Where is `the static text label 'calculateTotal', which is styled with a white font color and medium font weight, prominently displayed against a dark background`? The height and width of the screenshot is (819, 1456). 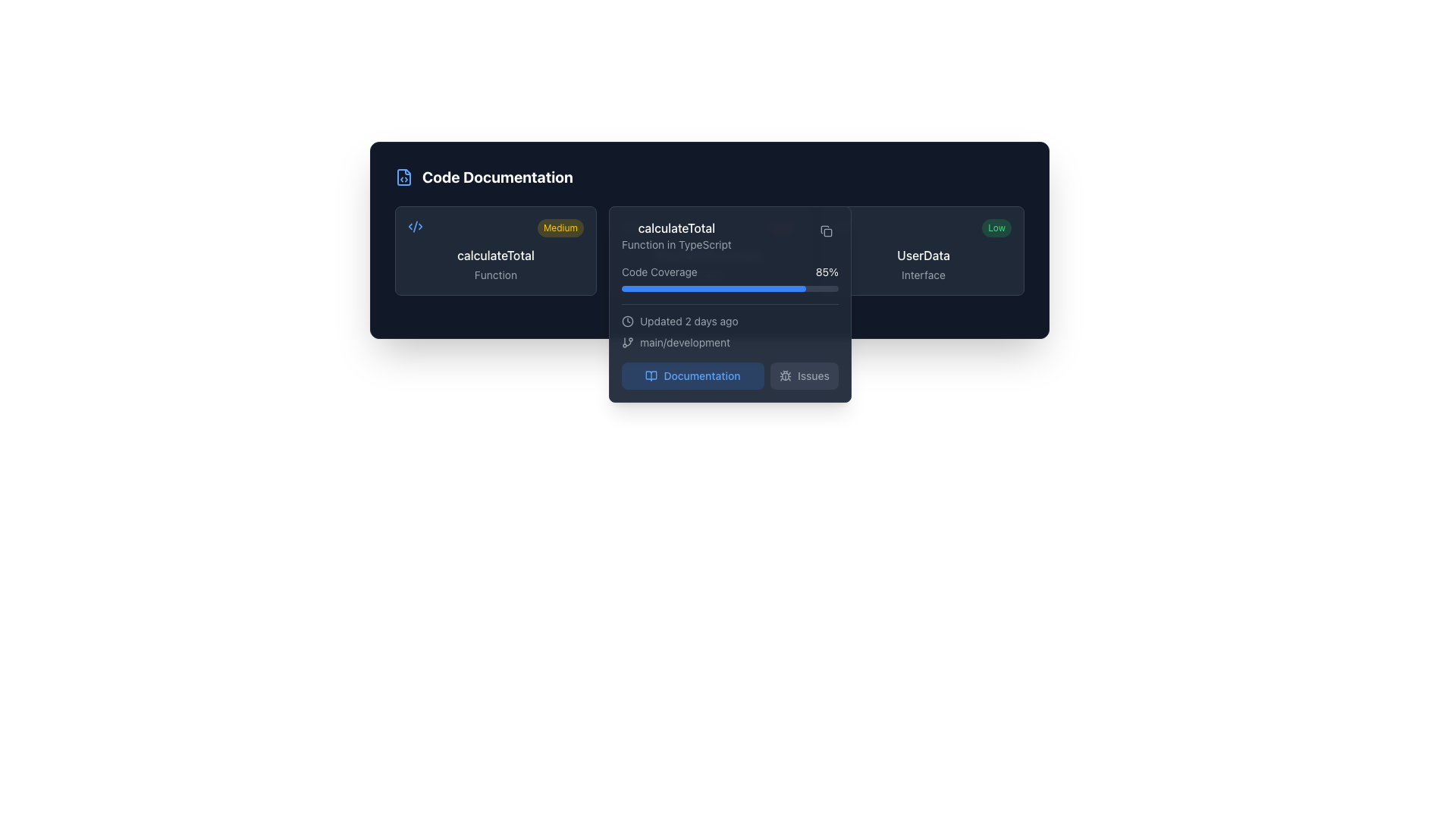 the static text label 'calculateTotal', which is styled with a white font color and medium font weight, prominently displayed against a dark background is located at coordinates (676, 227).